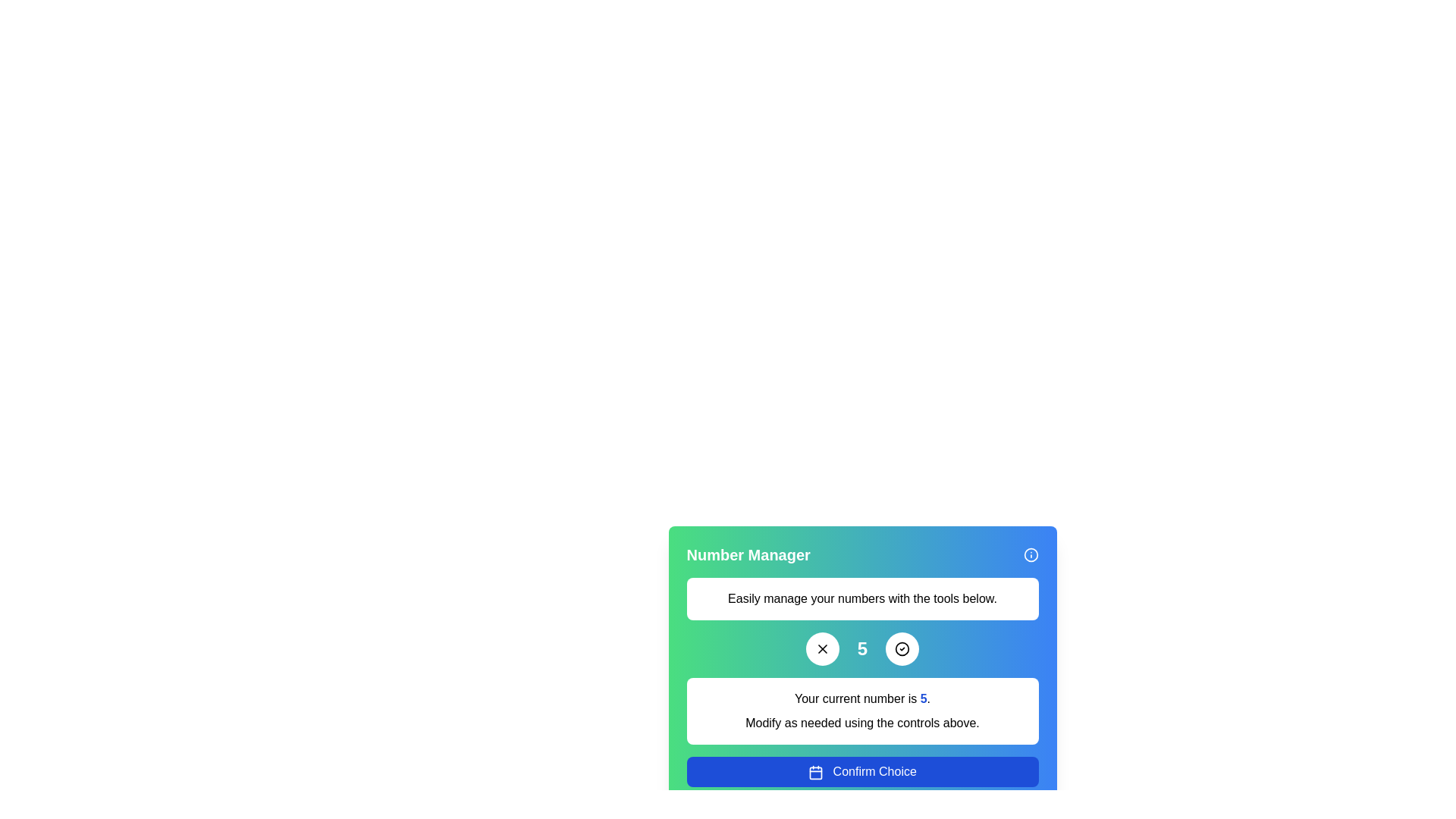  Describe the element at coordinates (815, 772) in the screenshot. I see `the calendar icon located inside the 'Confirm Choice' button, adjacent to the text 'Confirm Choice'` at that location.